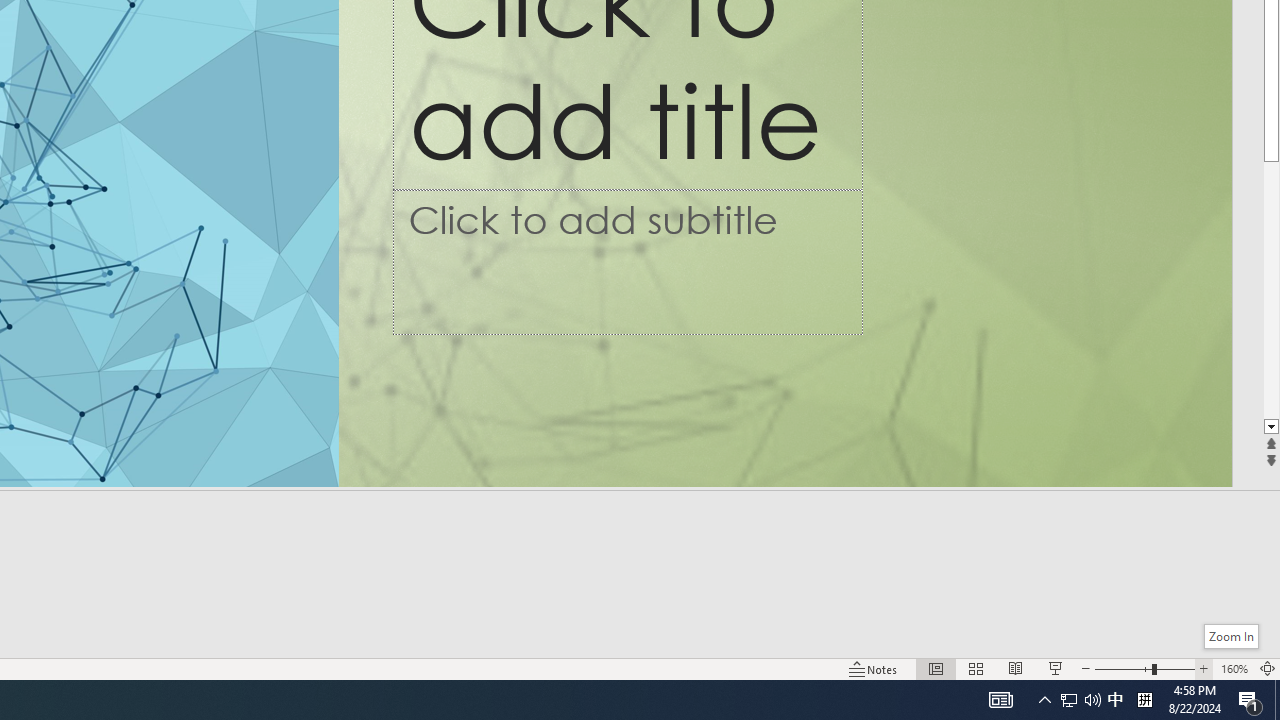 The image size is (1280, 720). What do you see at coordinates (1233, 669) in the screenshot?
I see `'Zoom 160%'` at bounding box center [1233, 669].